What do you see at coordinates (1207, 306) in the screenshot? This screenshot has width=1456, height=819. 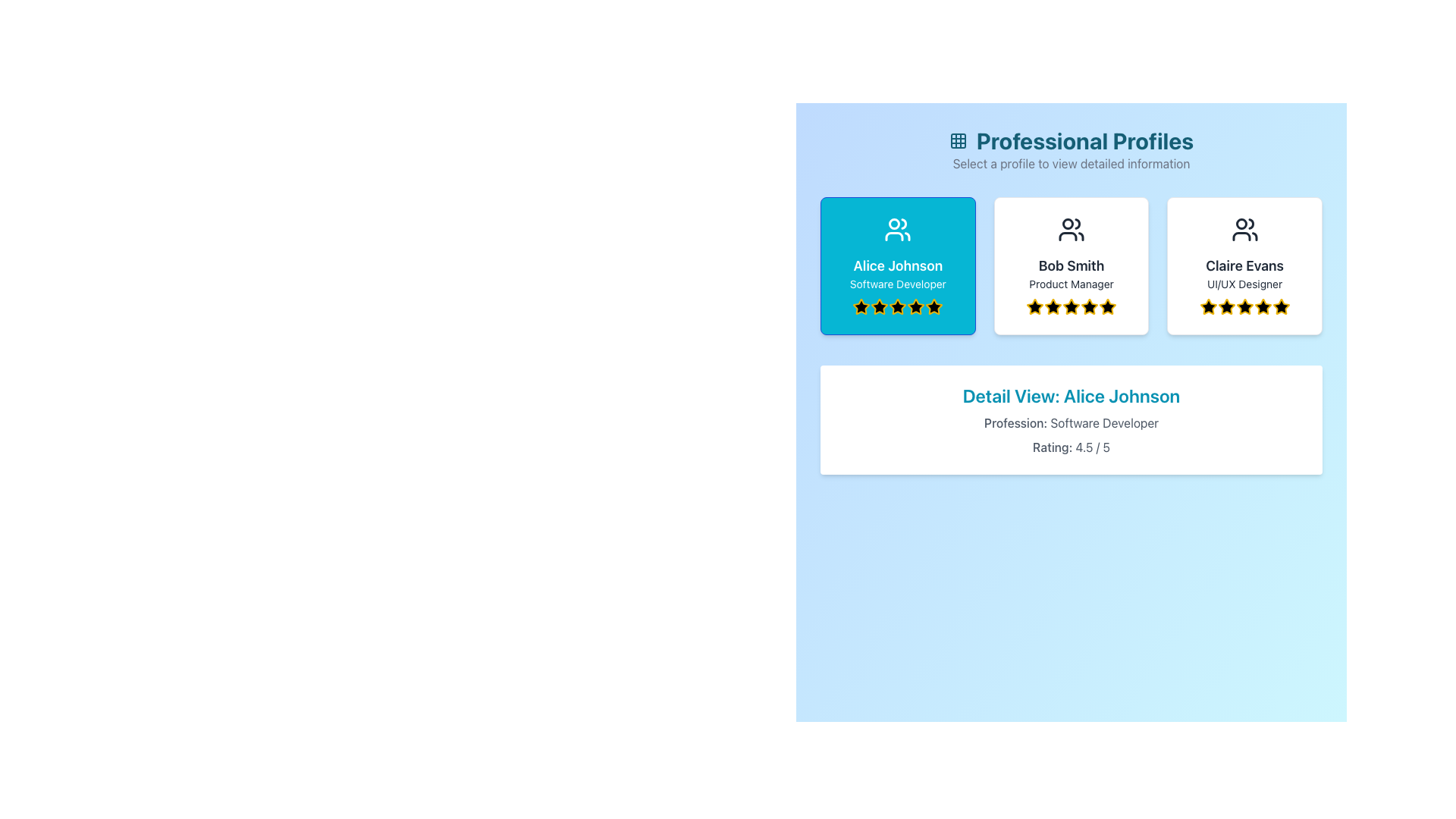 I see `the fifth rating star icon, which has a black center and a yellow border, to rate it` at bounding box center [1207, 306].